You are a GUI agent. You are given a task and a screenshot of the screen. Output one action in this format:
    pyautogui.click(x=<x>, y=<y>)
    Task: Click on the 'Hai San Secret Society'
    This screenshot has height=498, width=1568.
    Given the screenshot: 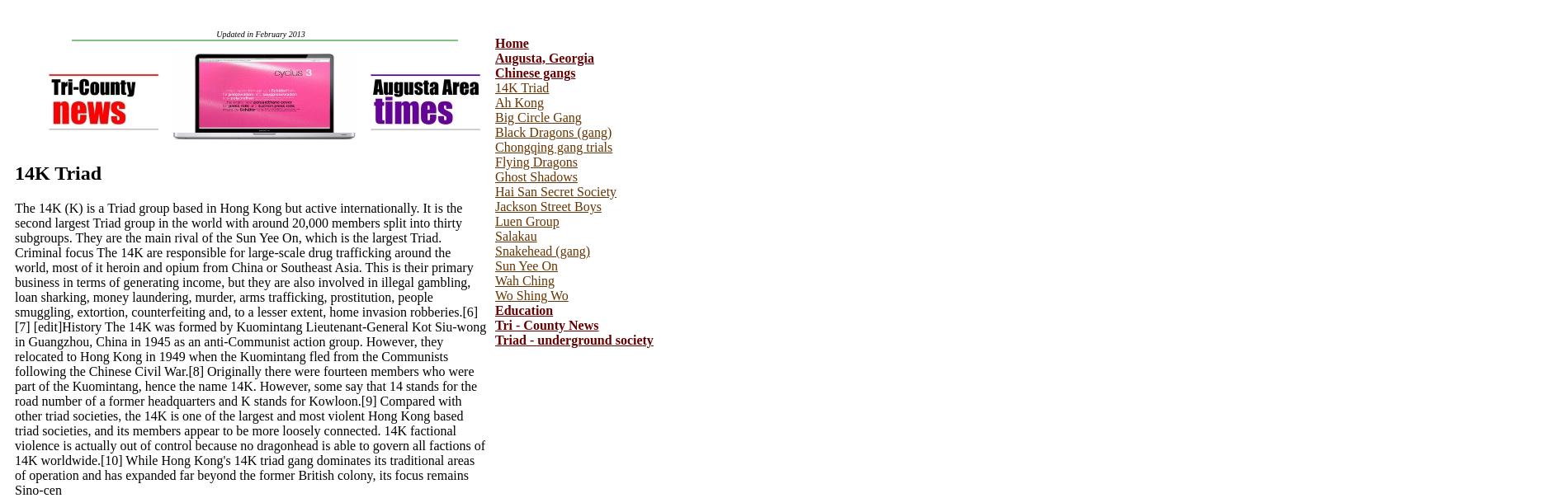 What is the action you would take?
    pyautogui.click(x=555, y=190)
    